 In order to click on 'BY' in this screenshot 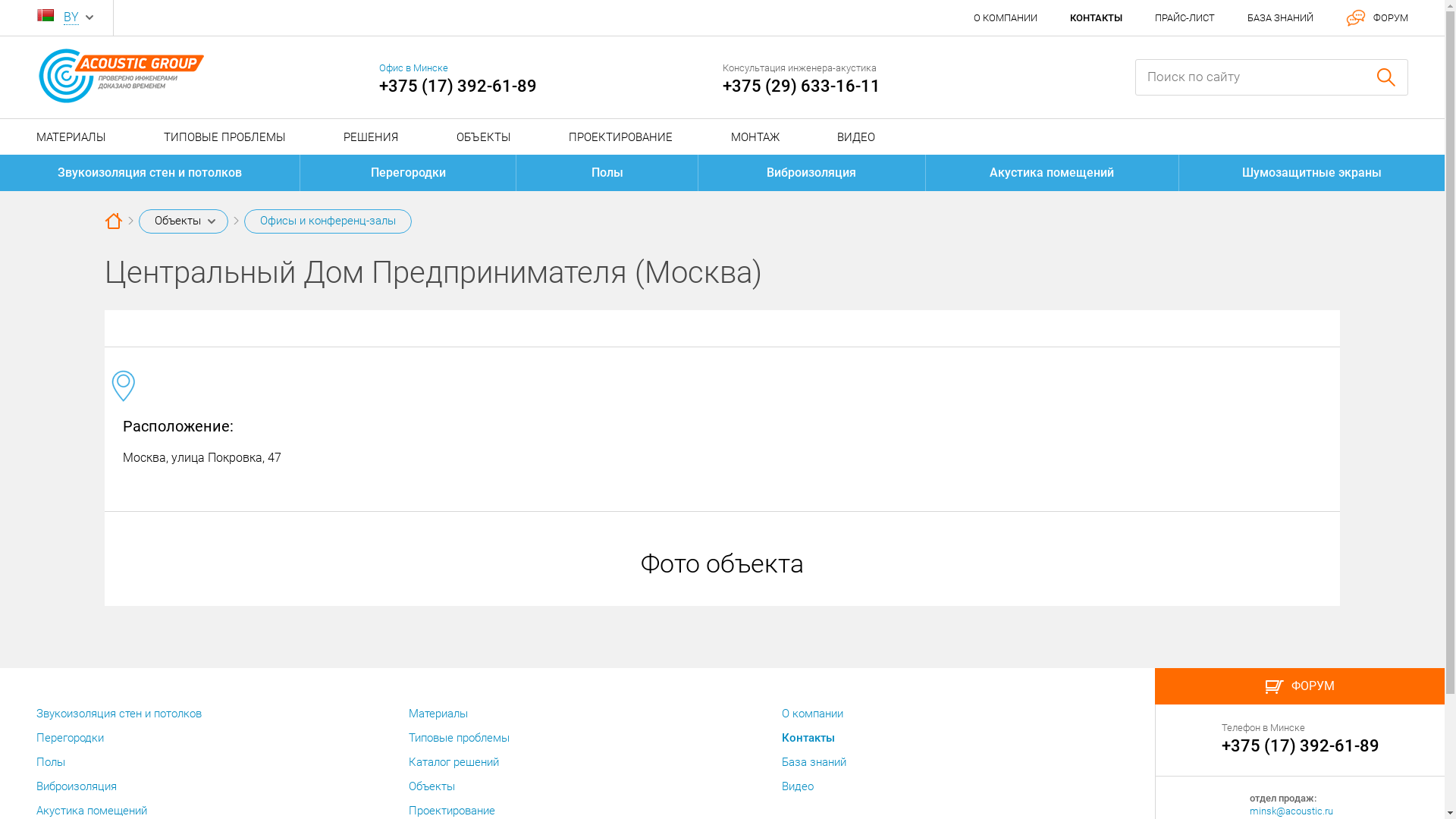, I will do `click(71, 17)`.